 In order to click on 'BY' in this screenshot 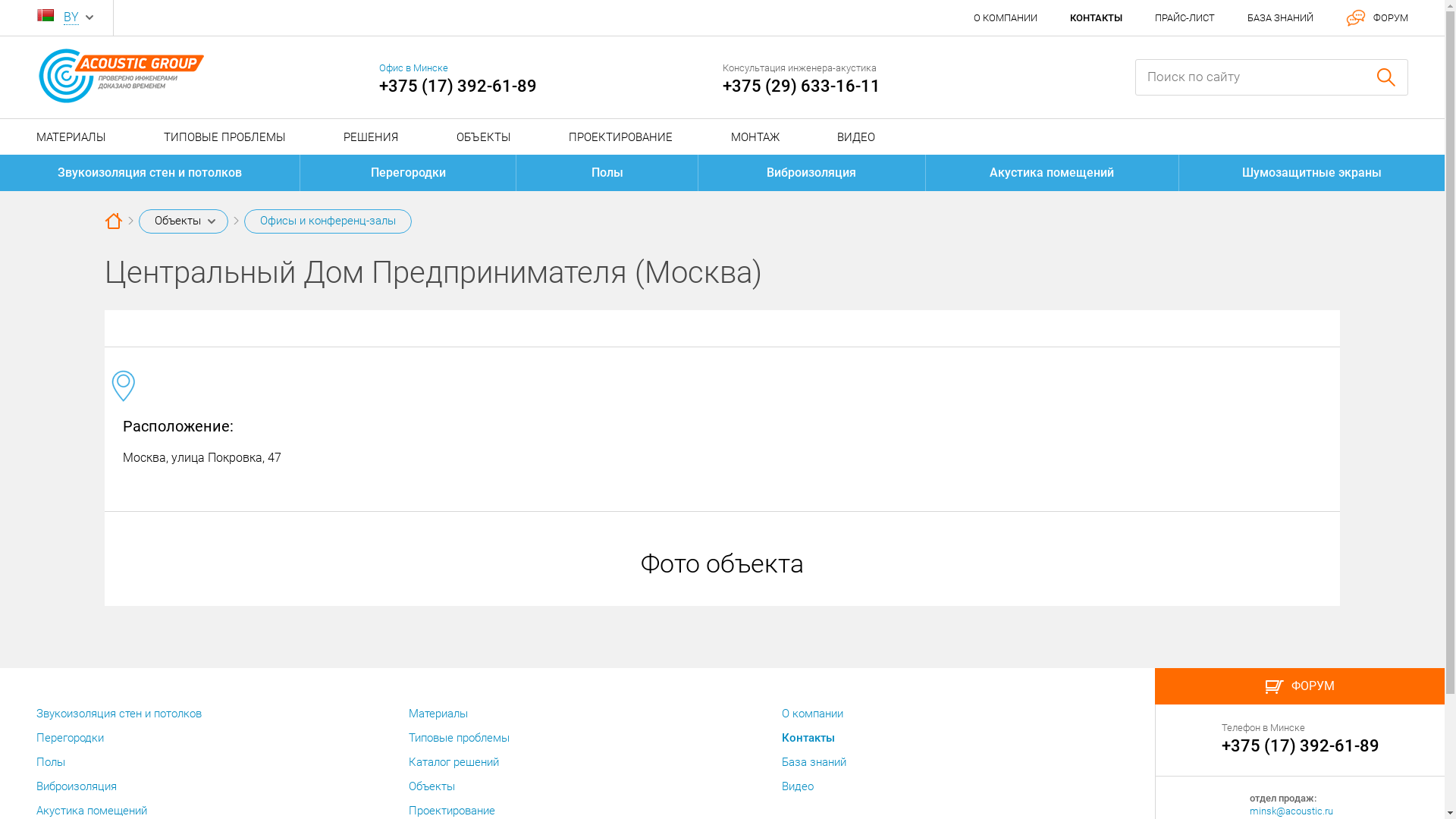, I will do `click(71, 17)`.